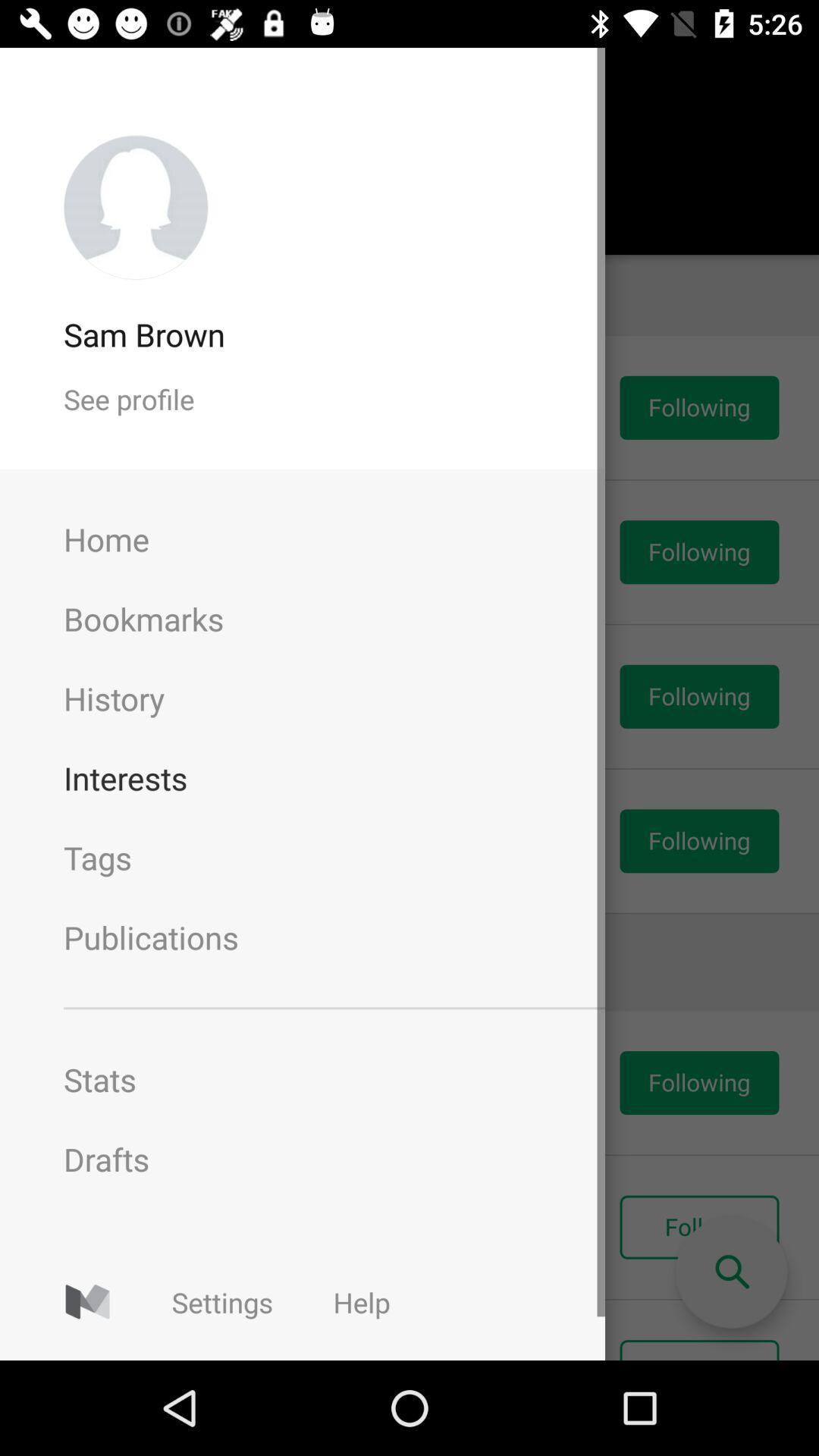 The image size is (819, 1456). Describe the element at coordinates (730, 1272) in the screenshot. I see `the search icon` at that location.